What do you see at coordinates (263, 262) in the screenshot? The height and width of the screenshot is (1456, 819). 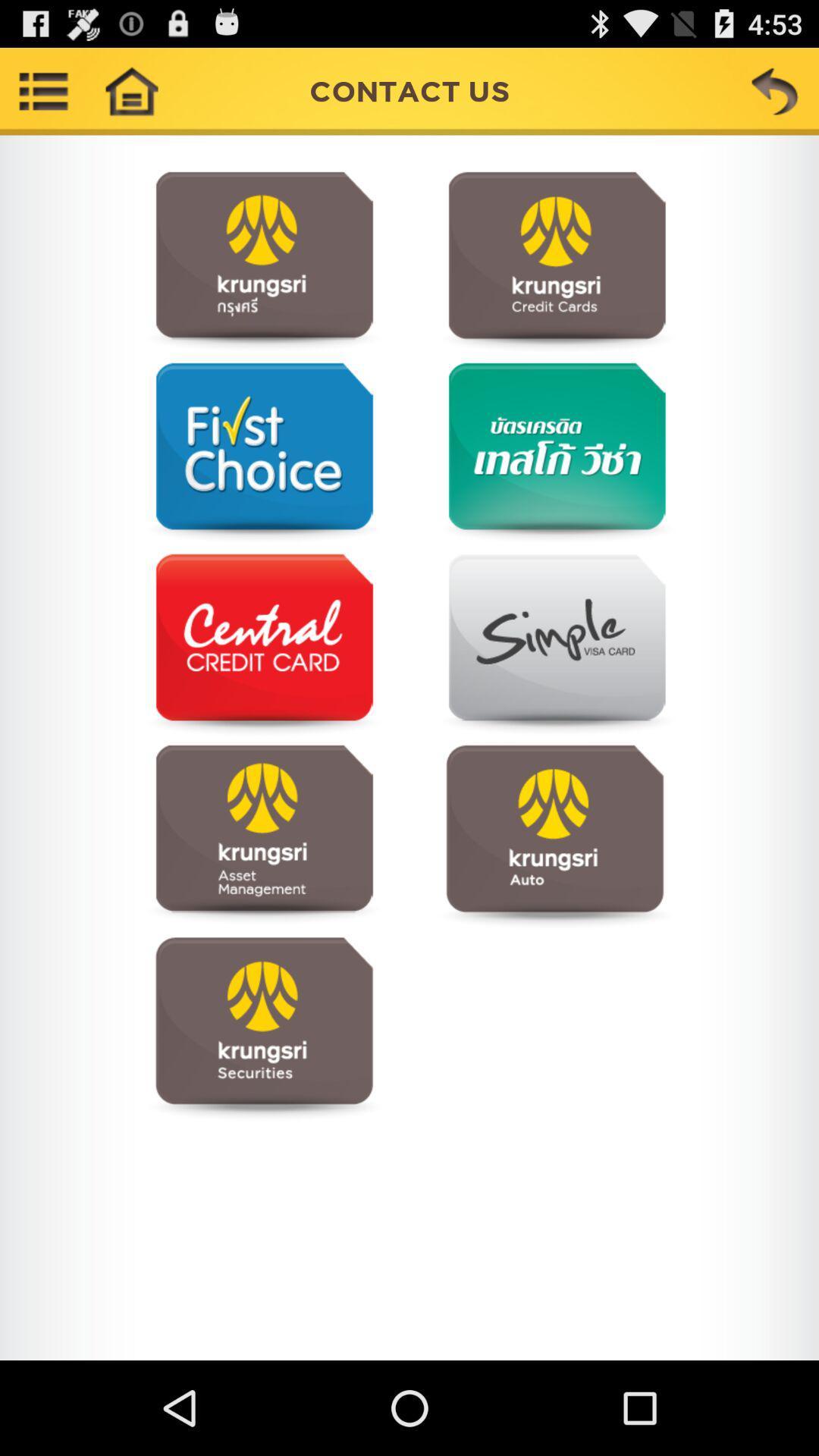 I see `the icon below the contact us item` at bounding box center [263, 262].